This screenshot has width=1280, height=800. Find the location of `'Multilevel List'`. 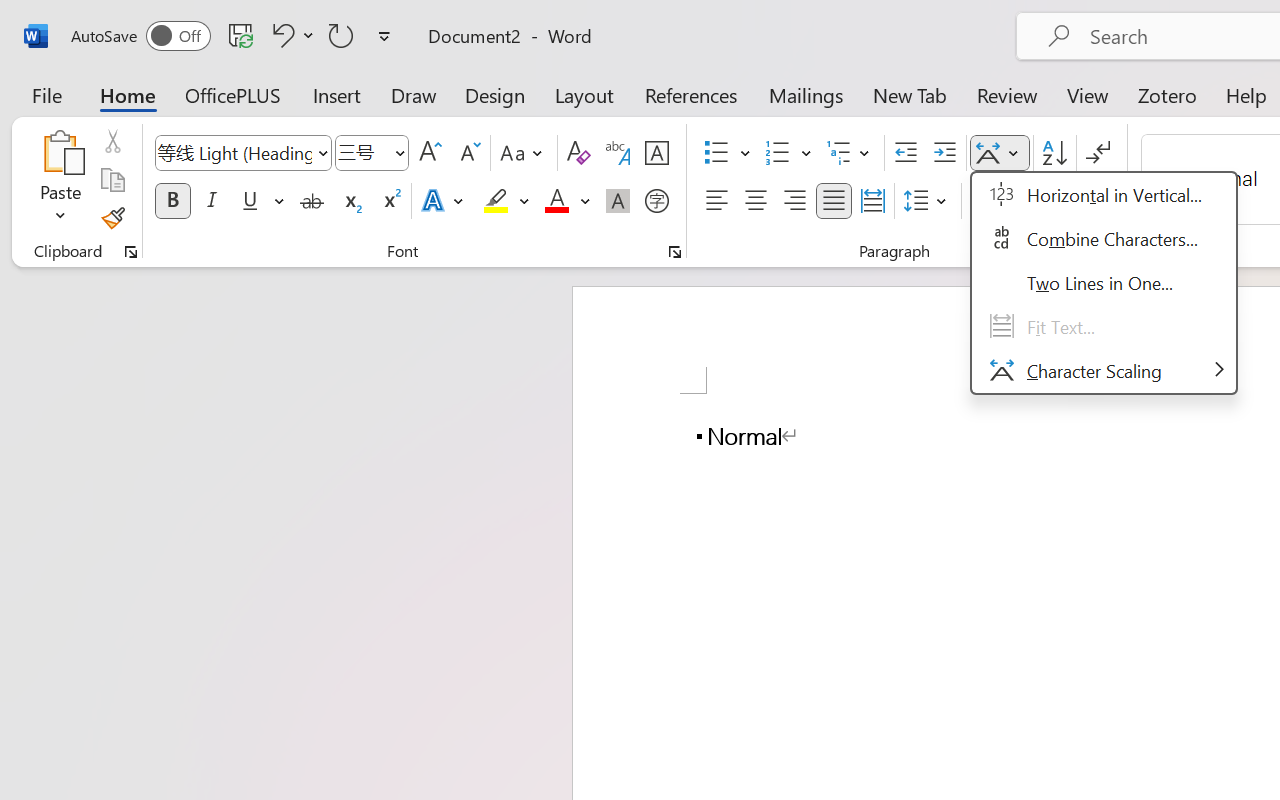

'Multilevel List' is located at coordinates (850, 153).